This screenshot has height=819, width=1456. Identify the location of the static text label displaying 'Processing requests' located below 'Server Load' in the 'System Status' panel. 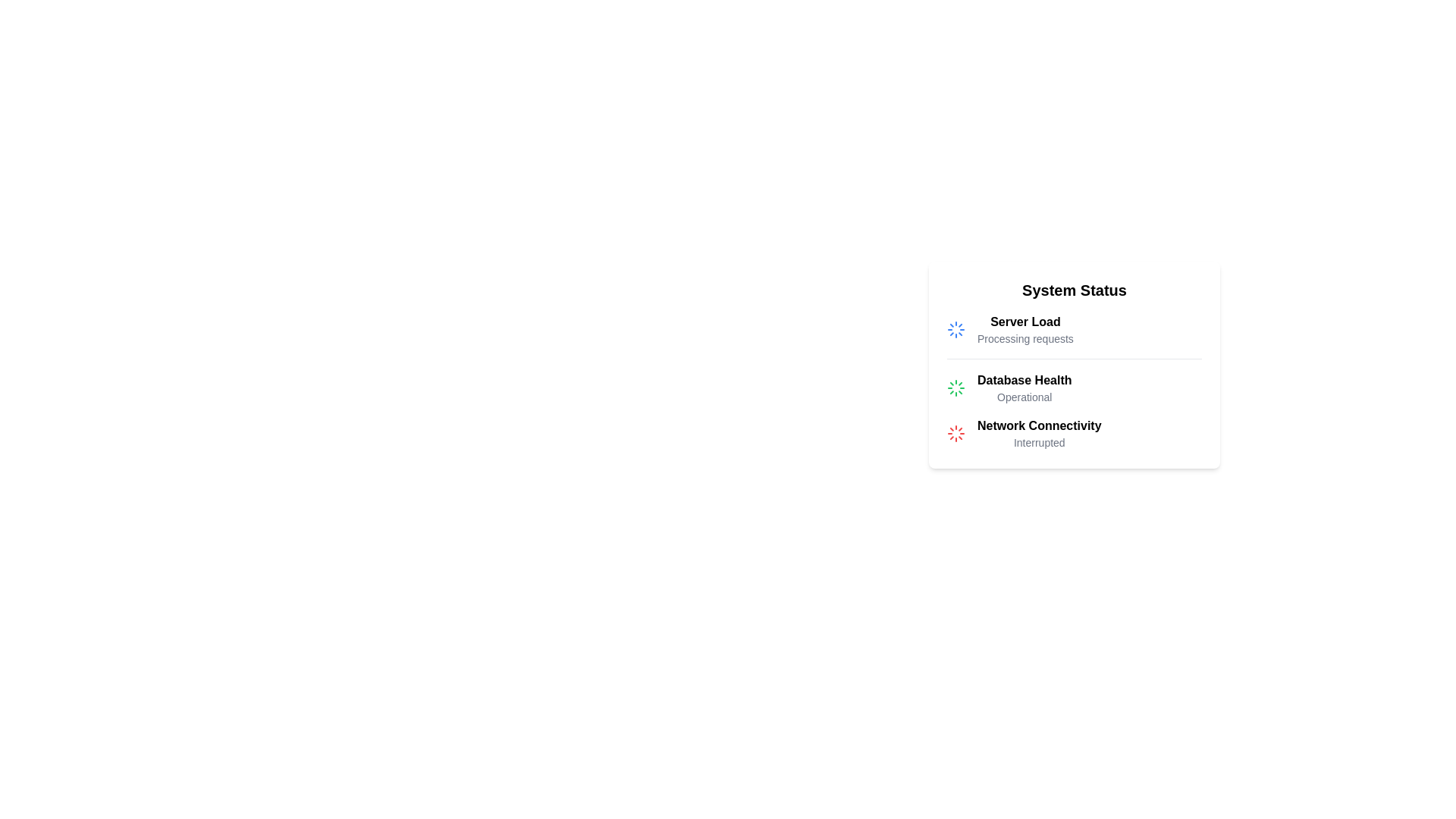
(1025, 338).